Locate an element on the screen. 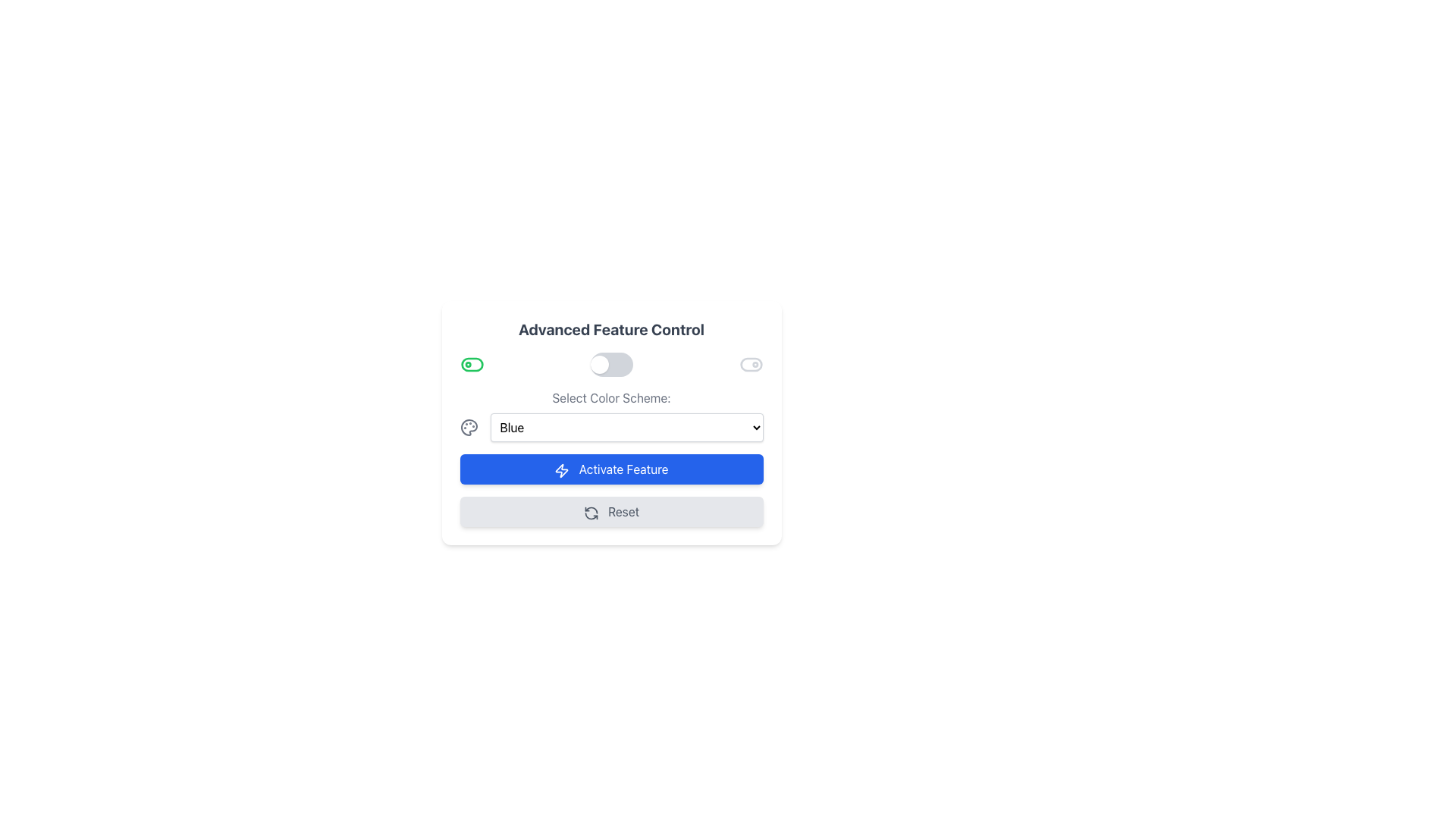 Image resolution: width=1456 pixels, height=819 pixels. the Toggle-switch knob within the 'Advanced Feature Control' toggle switch, which is currently in the 'off' state is located at coordinates (598, 365).